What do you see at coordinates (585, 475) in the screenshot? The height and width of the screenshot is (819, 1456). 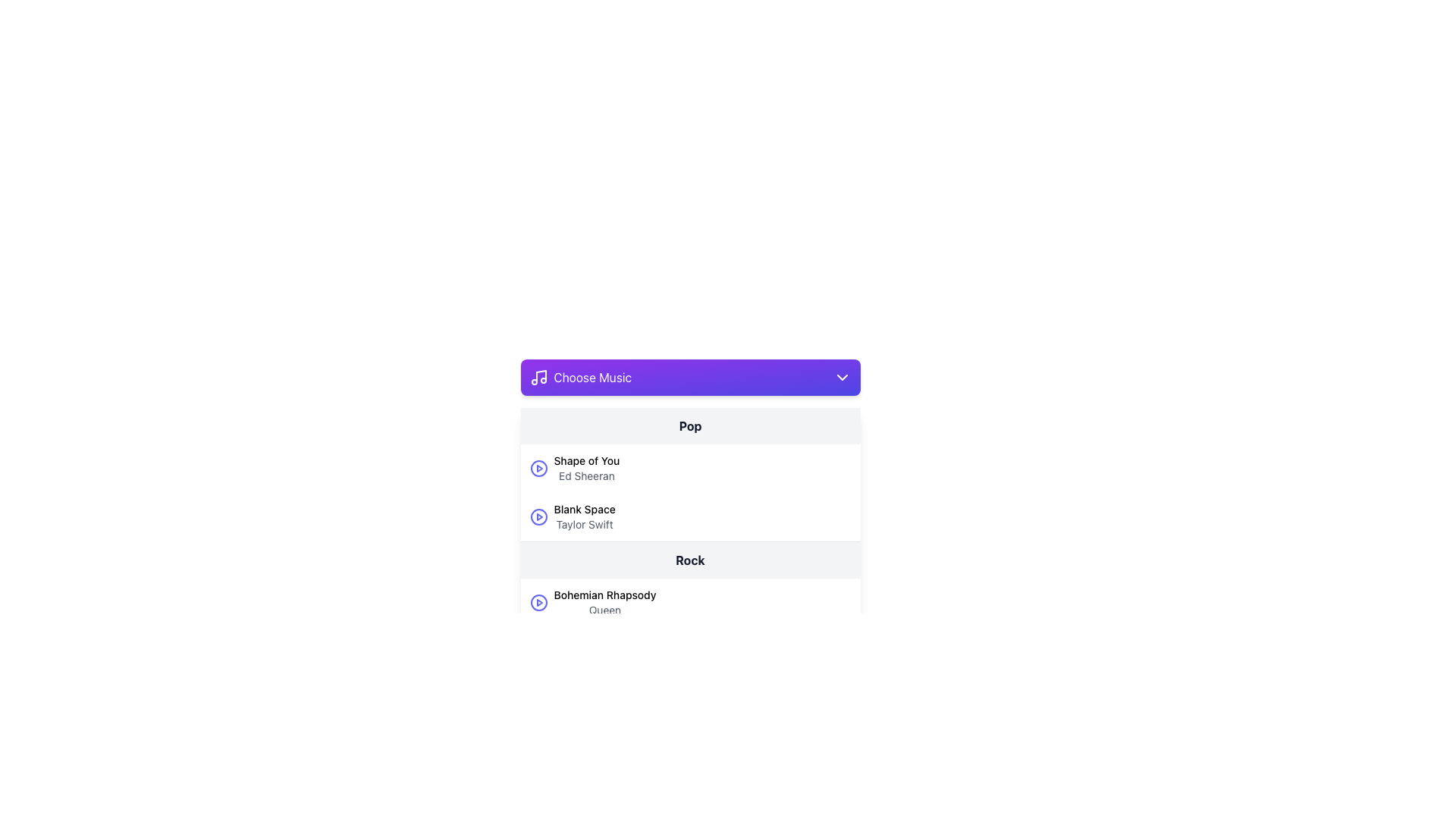 I see `the text label displaying 'Ed Sheeran' in gray font, which is located below 'Shape of You' in the 'Pop' section` at bounding box center [585, 475].